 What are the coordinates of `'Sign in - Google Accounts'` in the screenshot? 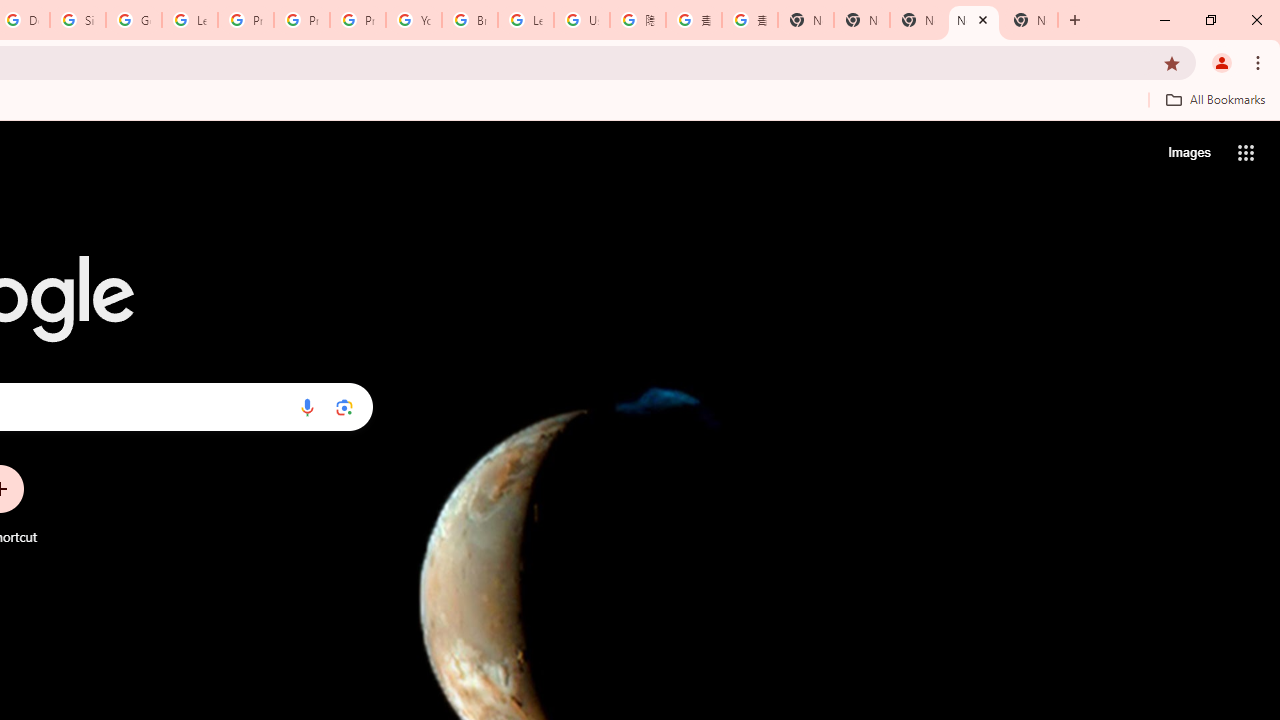 It's located at (78, 20).